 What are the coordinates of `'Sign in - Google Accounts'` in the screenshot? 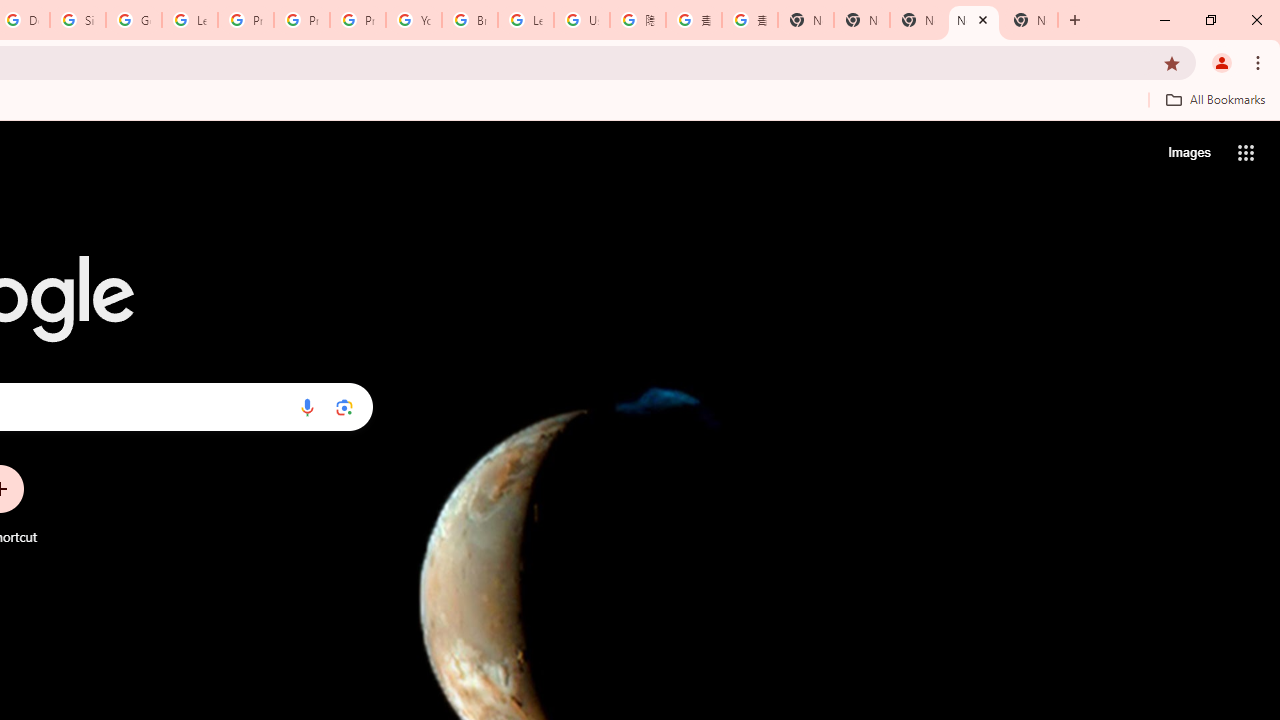 It's located at (78, 20).